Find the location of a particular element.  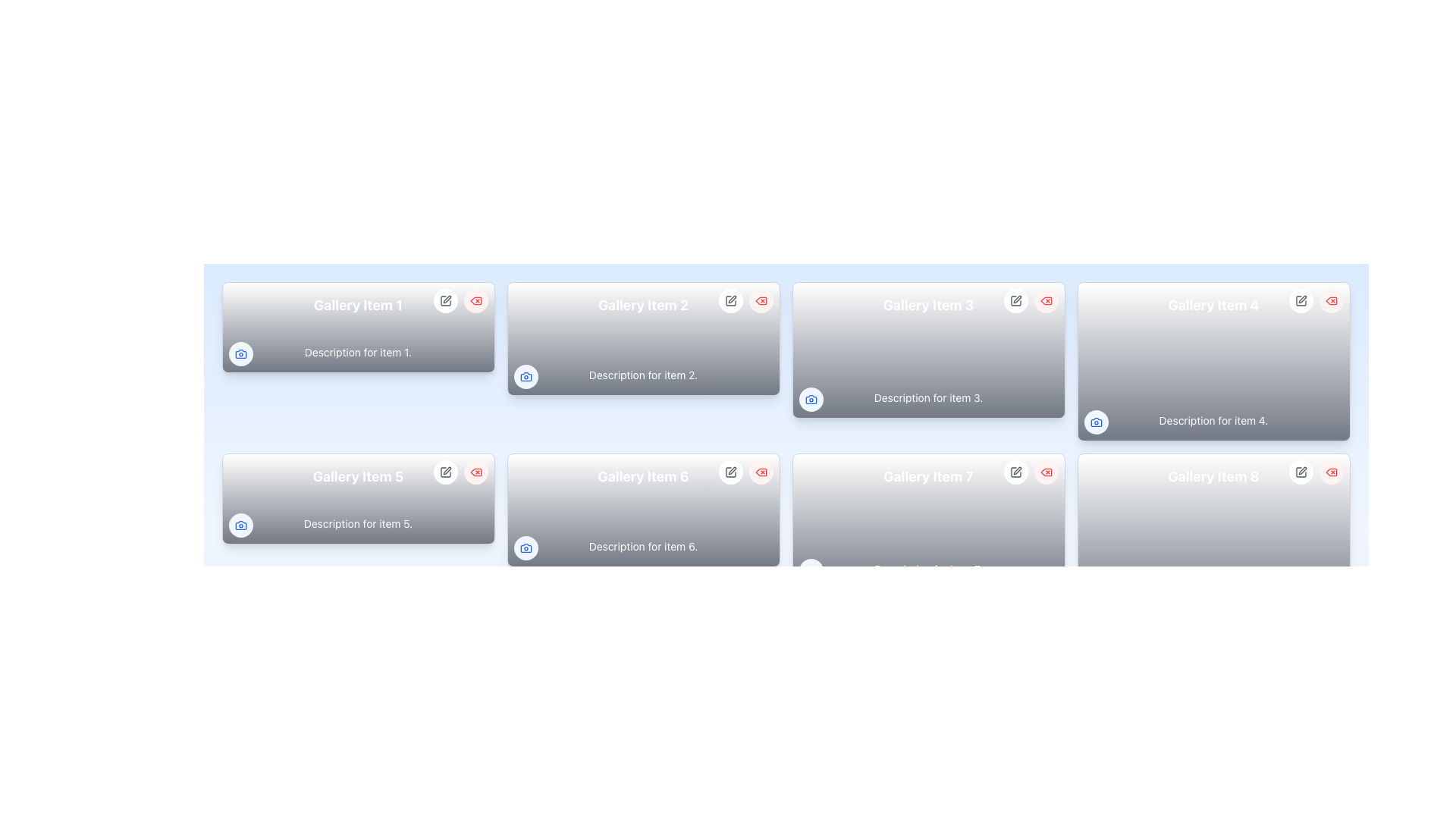

the delete icon located in the top-right corner of the card labeled 'Gallery Item 4' is located at coordinates (1330, 301).